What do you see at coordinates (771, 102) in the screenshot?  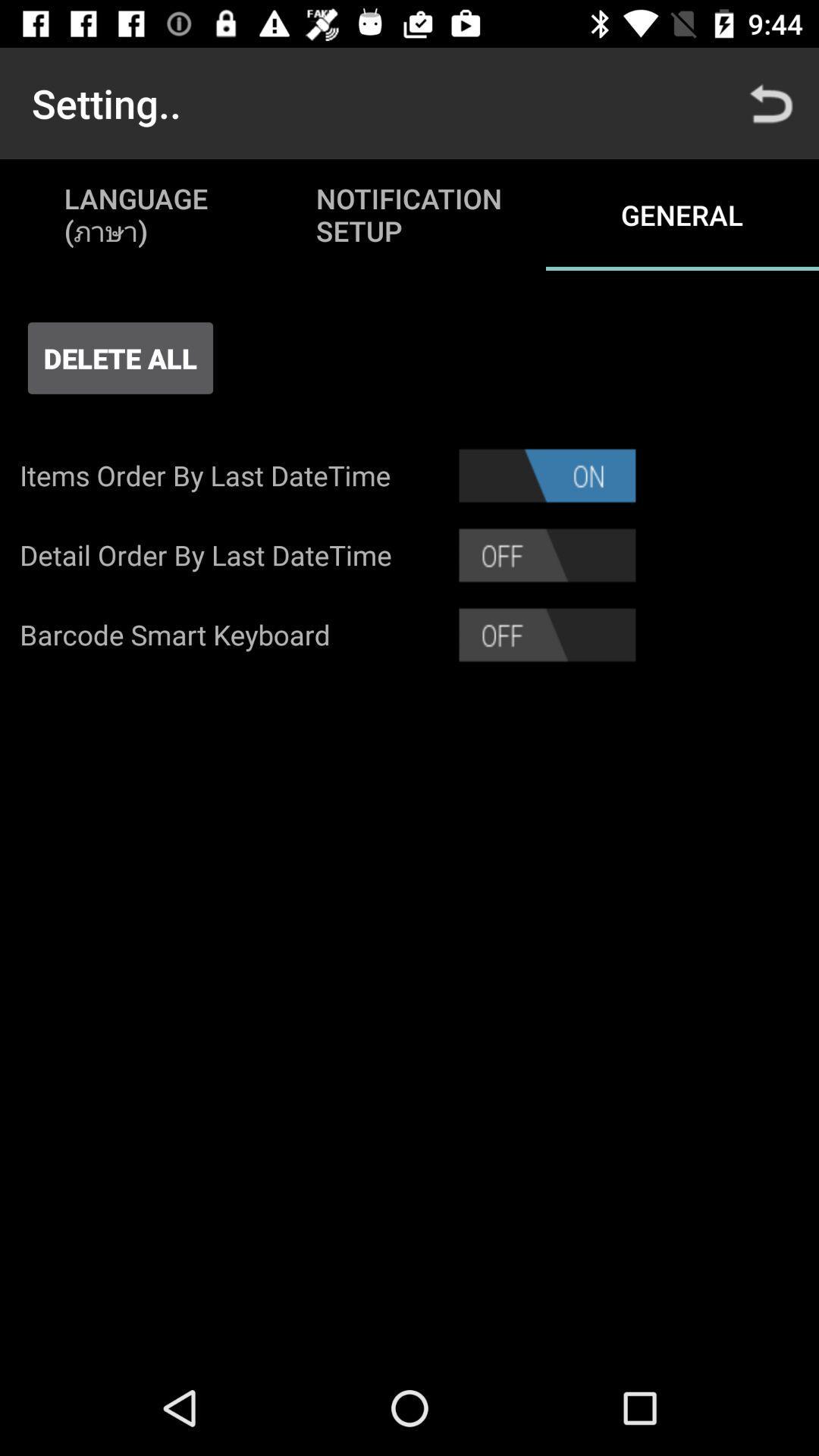 I see `the app to the right of the notification` at bounding box center [771, 102].